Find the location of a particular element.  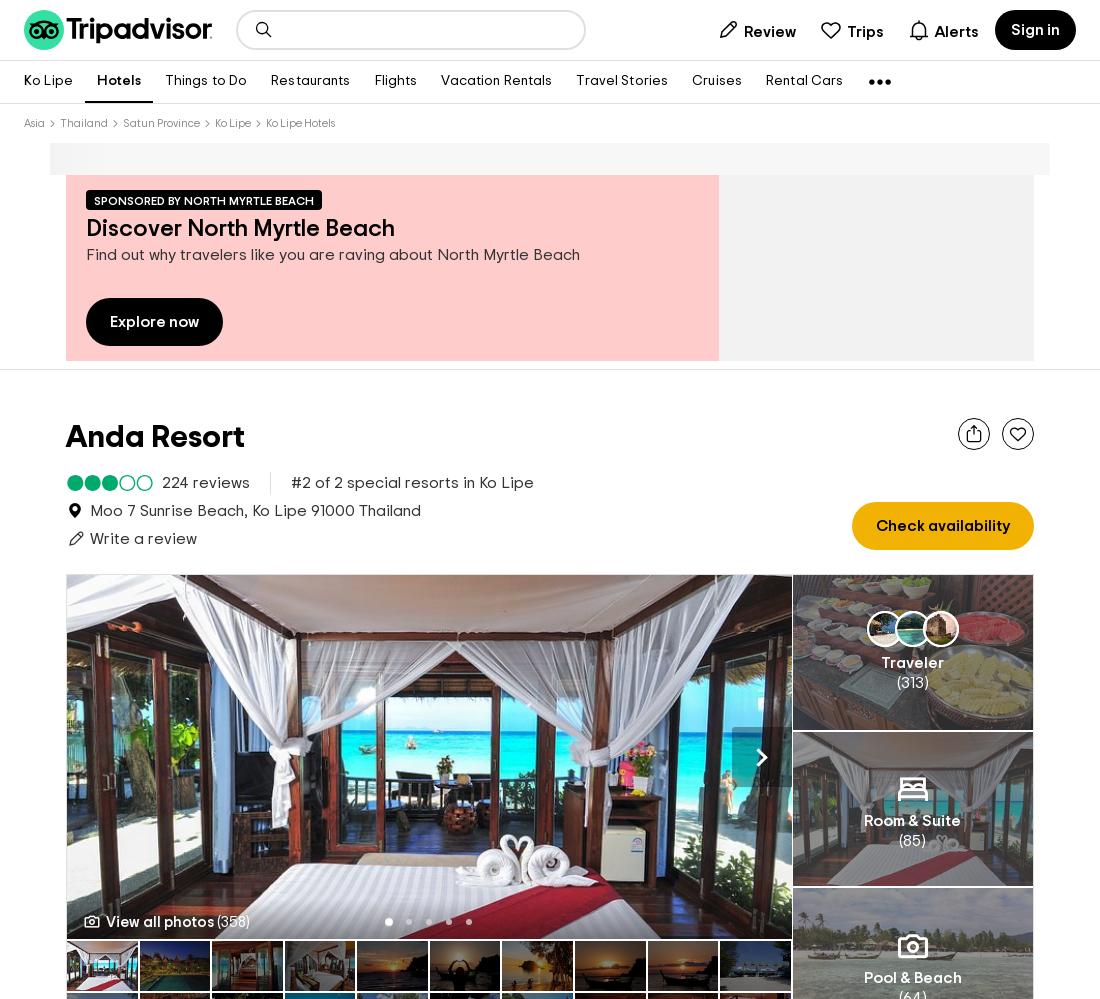

'Restaurants' is located at coordinates (309, 80).